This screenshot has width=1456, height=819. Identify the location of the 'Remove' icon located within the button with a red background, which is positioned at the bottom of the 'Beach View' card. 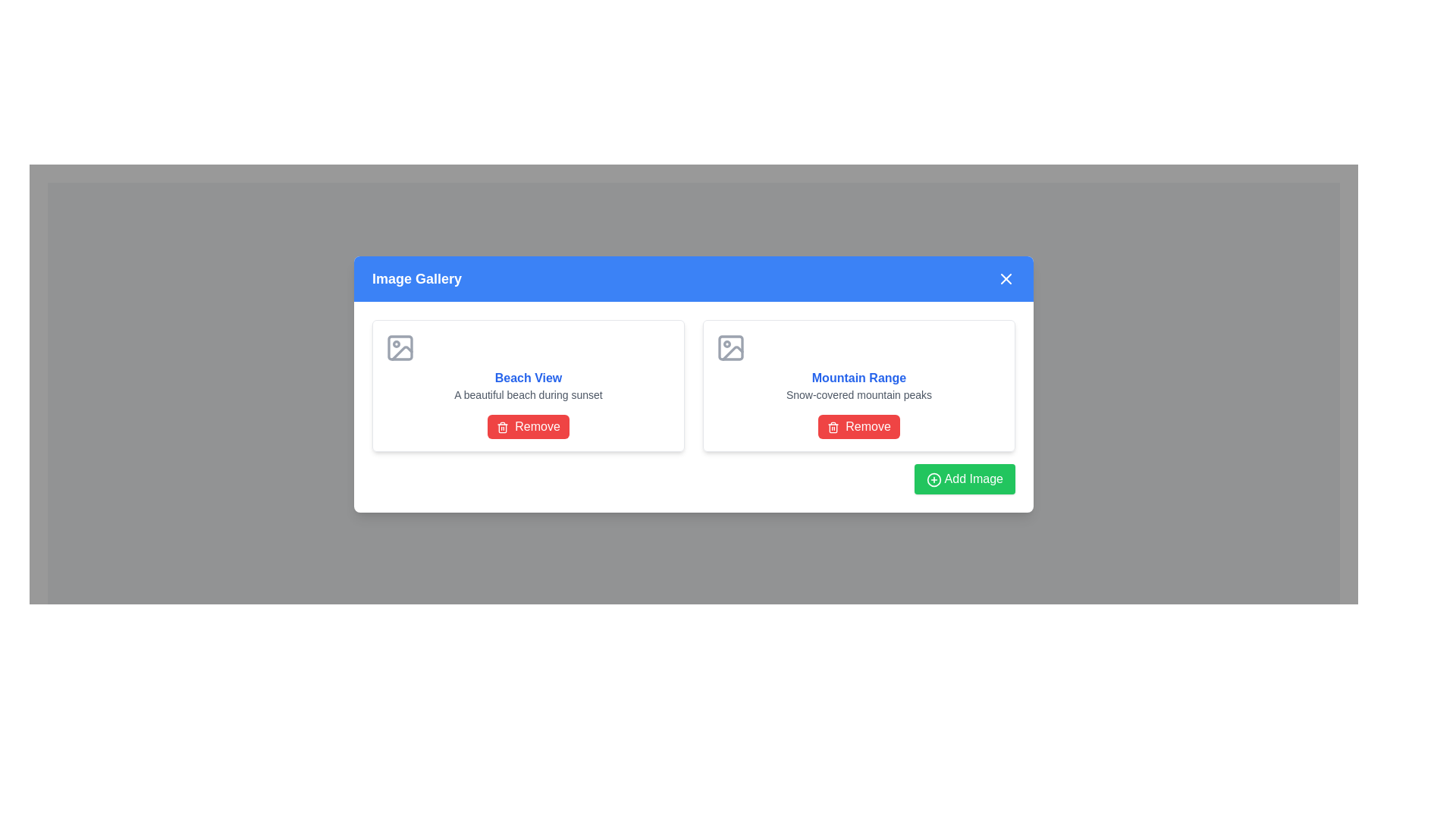
(503, 428).